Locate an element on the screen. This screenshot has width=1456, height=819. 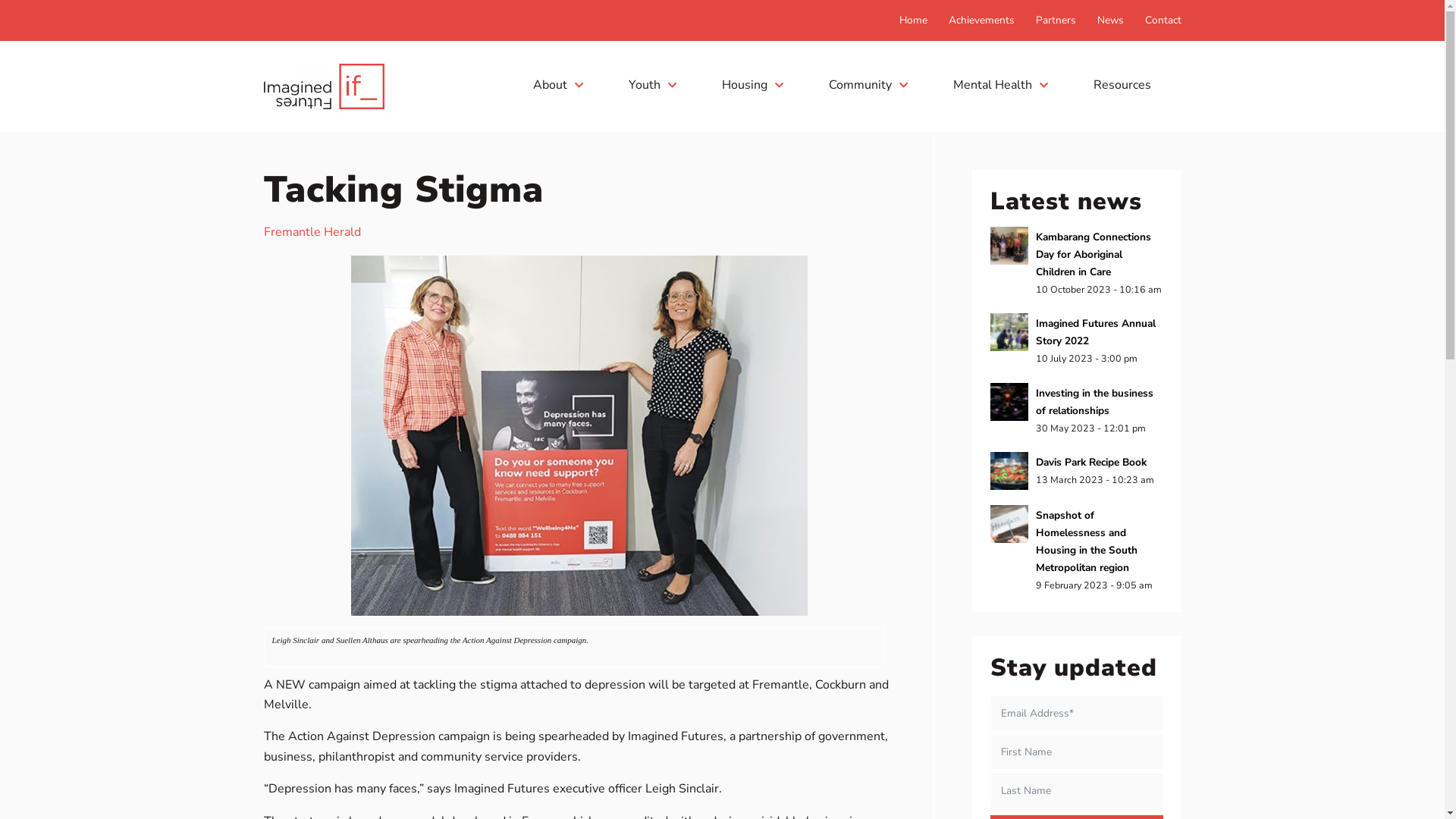
'Davis Park Recipe Book is located at coordinates (1076, 470).